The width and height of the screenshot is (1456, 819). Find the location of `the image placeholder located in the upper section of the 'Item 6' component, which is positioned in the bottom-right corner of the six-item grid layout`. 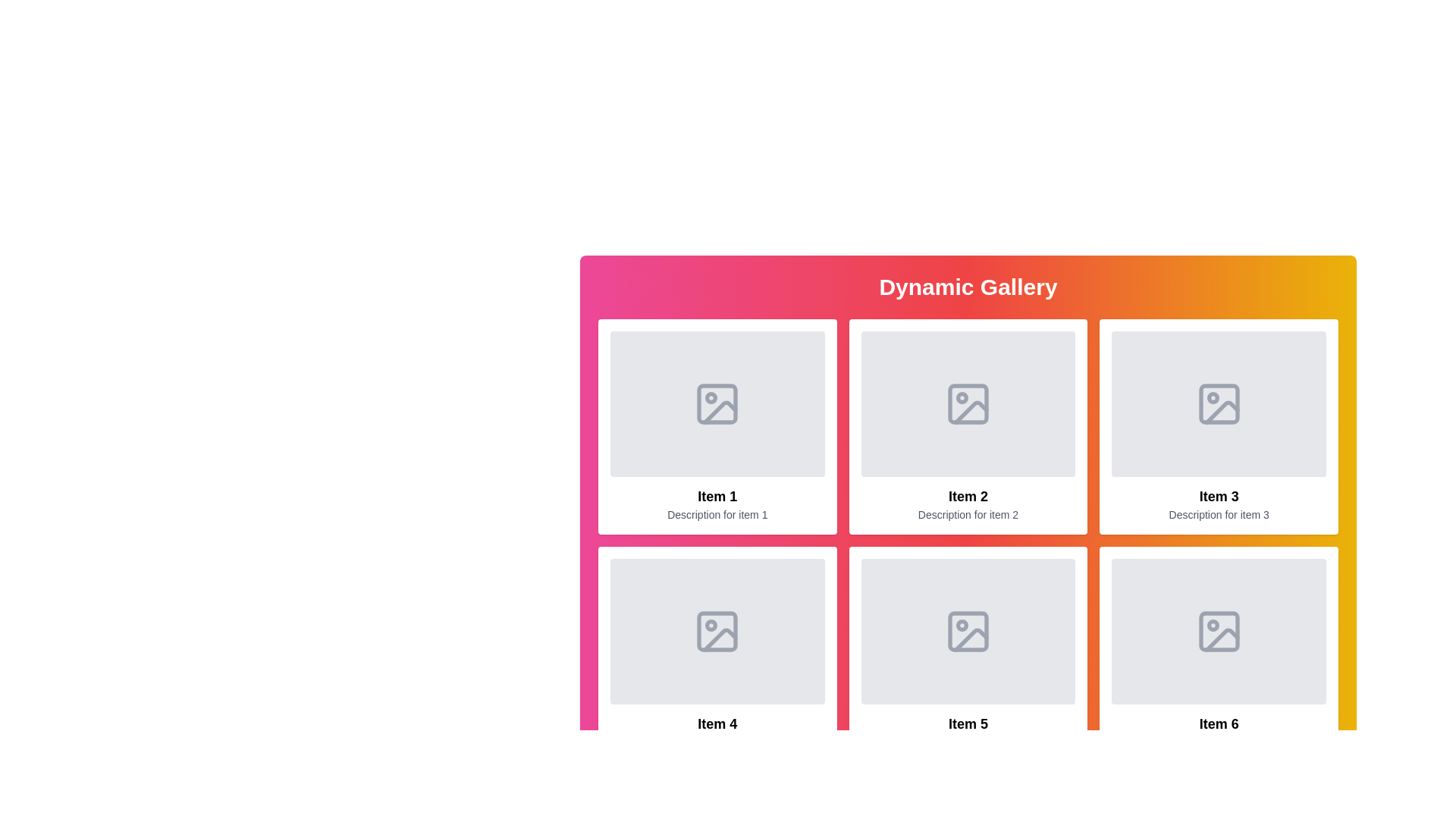

the image placeholder located in the upper section of the 'Item 6' component, which is positioned in the bottom-right corner of the six-item grid layout is located at coordinates (1219, 632).